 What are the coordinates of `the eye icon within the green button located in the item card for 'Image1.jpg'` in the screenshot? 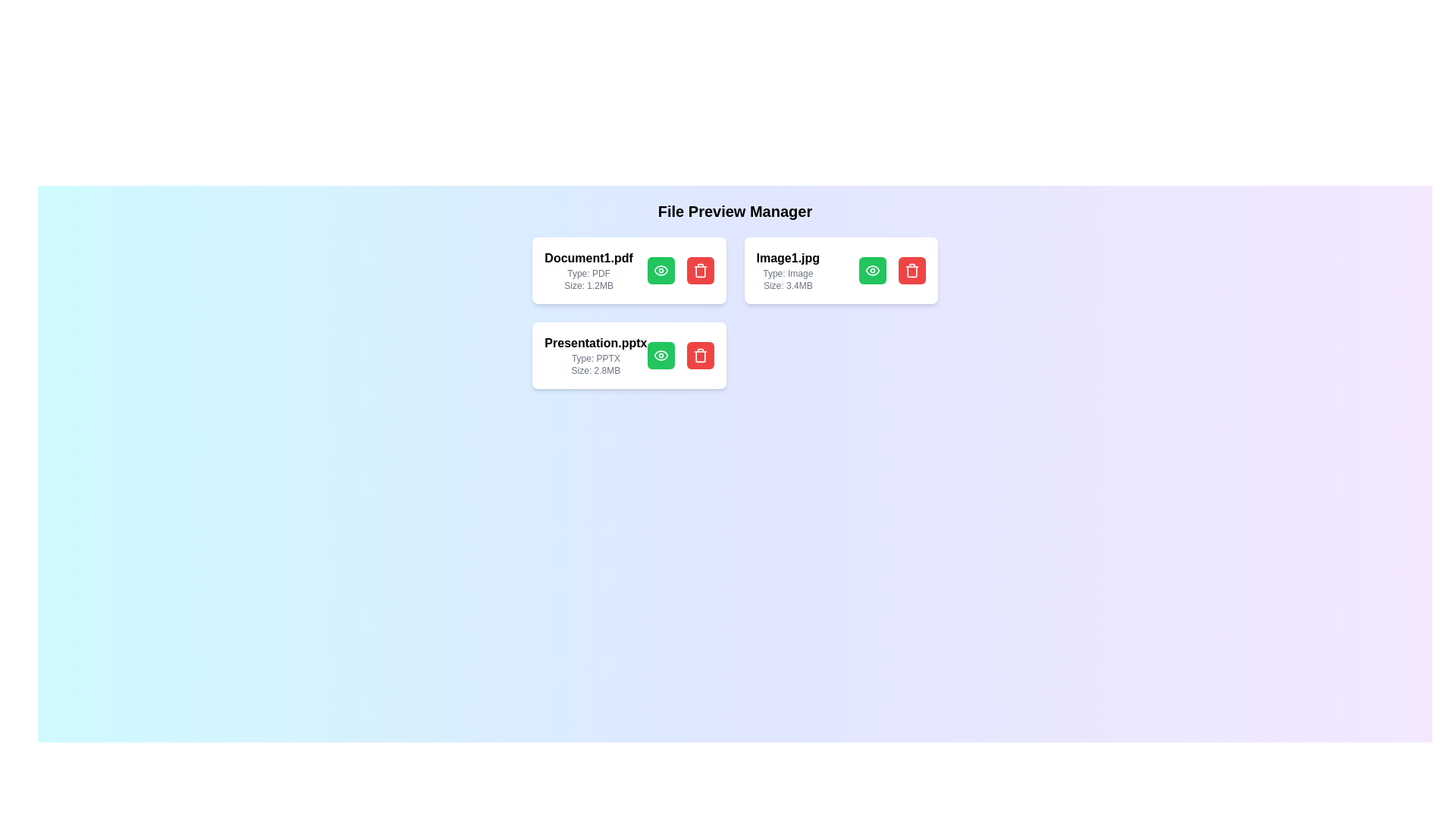 It's located at (872, 270).